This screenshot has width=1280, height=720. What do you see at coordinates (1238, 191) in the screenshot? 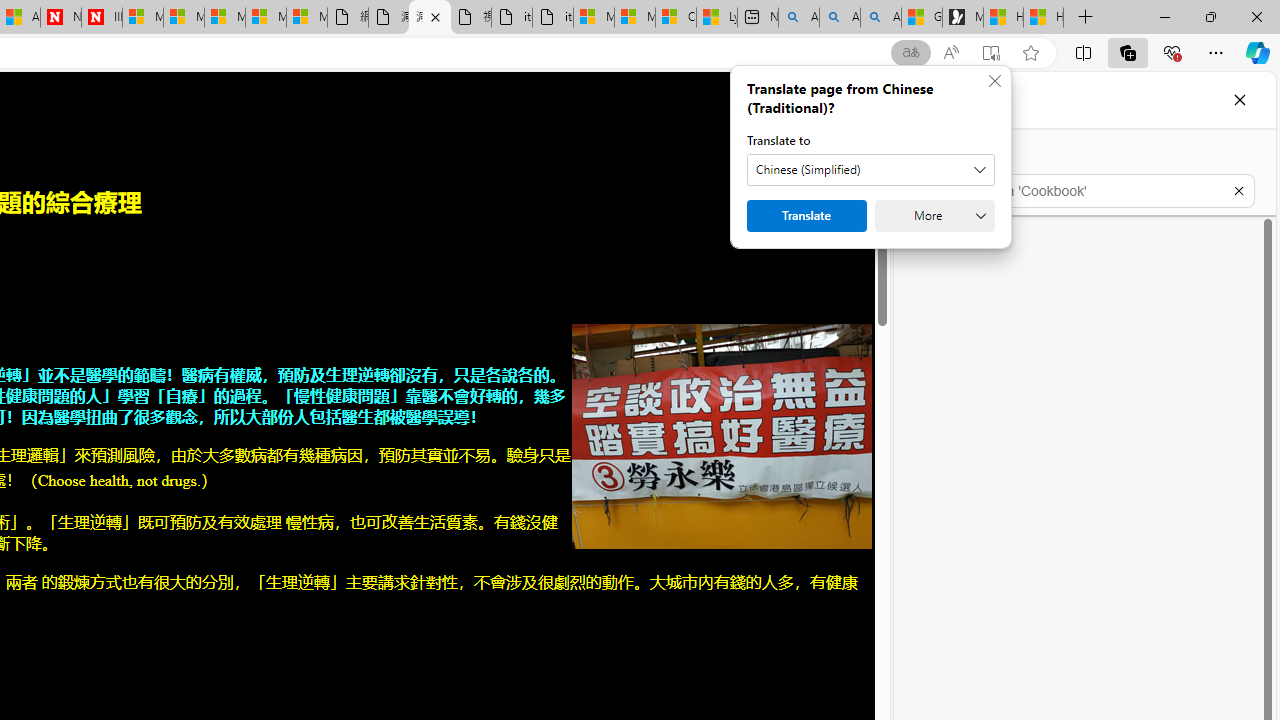
I see `'Exit search'` at bounding box center [1238, 191].